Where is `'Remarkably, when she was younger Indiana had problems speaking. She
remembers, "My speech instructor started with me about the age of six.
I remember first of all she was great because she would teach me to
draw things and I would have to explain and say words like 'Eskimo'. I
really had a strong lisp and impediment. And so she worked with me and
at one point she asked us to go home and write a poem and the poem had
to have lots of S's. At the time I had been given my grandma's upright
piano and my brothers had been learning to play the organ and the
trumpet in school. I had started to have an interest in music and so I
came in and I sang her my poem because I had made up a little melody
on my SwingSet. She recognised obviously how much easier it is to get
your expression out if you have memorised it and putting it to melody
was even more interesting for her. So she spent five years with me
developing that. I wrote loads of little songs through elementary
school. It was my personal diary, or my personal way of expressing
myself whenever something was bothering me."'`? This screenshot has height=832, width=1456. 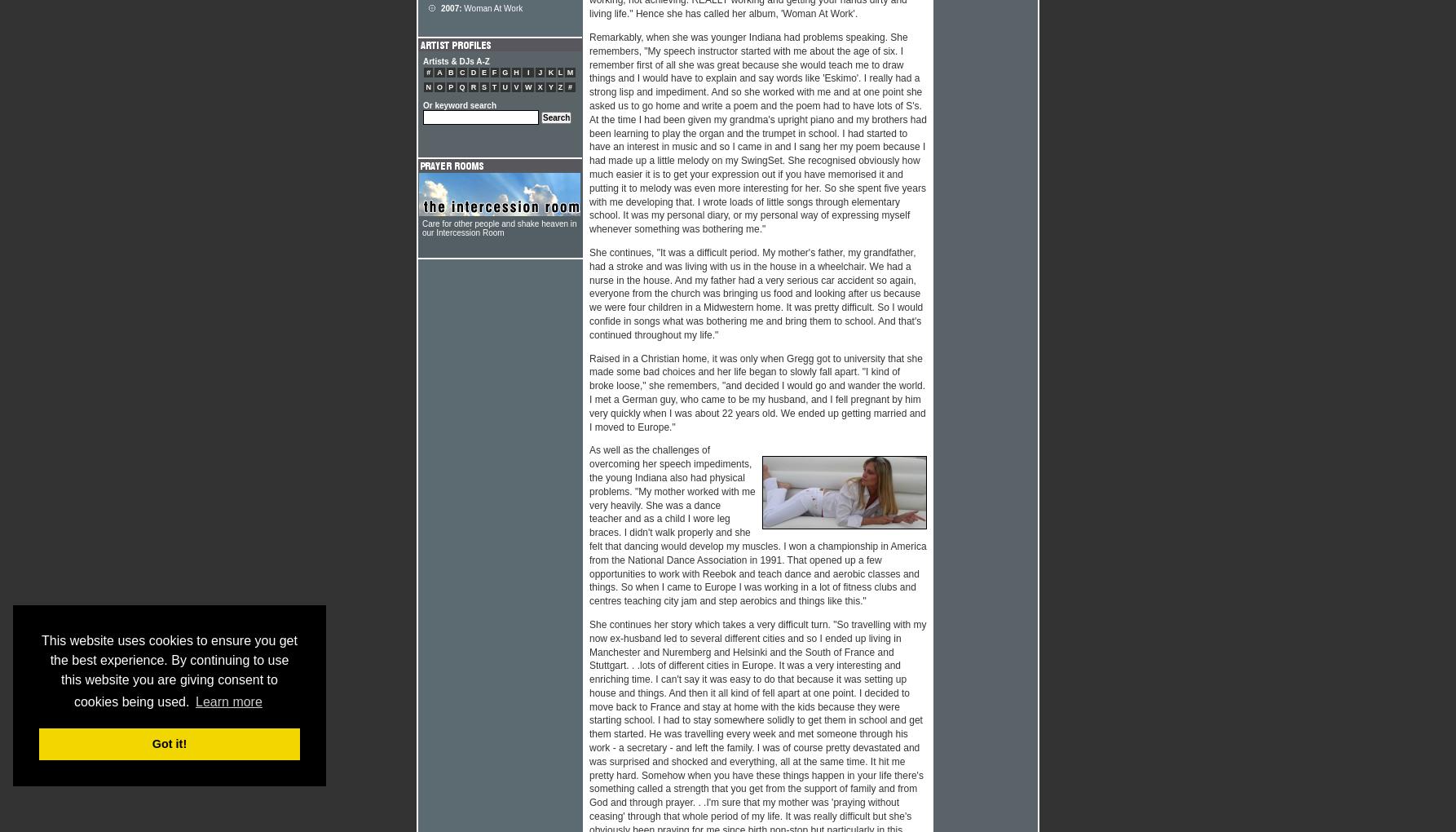
'Remarkably, when she was younger Indiana had problems speaking. She
remembers, "My speech instructor started with me about the age of six.
I remember first of all she was great because she would teach me to
draw things and I would have to explain and say words like 'Eskimo'. I
really had a strong lisp and impediment. And so she worked with me and
at one point she asked us to go home and write a poem and the poem had
to have lots of S's. At the time I had been given my grandma's upright
piano and my brothers had been learning to play the organ and the
trumpet in school. I had started to have an interest in music and so I
came in and I sang her my poem because I had made up a little melody
on my SwingSet. She recognised obviously how much easier it is to get
your expression out if you have memorised it and putting it to melody
was even more interesting for her. So she spent five years with me
developing that. I wrote loads of little songs through elementary
school. It was my personal diary, or my personal way of expressing
myself whenever something was bothering me."' is located at coordinates (757, 133).